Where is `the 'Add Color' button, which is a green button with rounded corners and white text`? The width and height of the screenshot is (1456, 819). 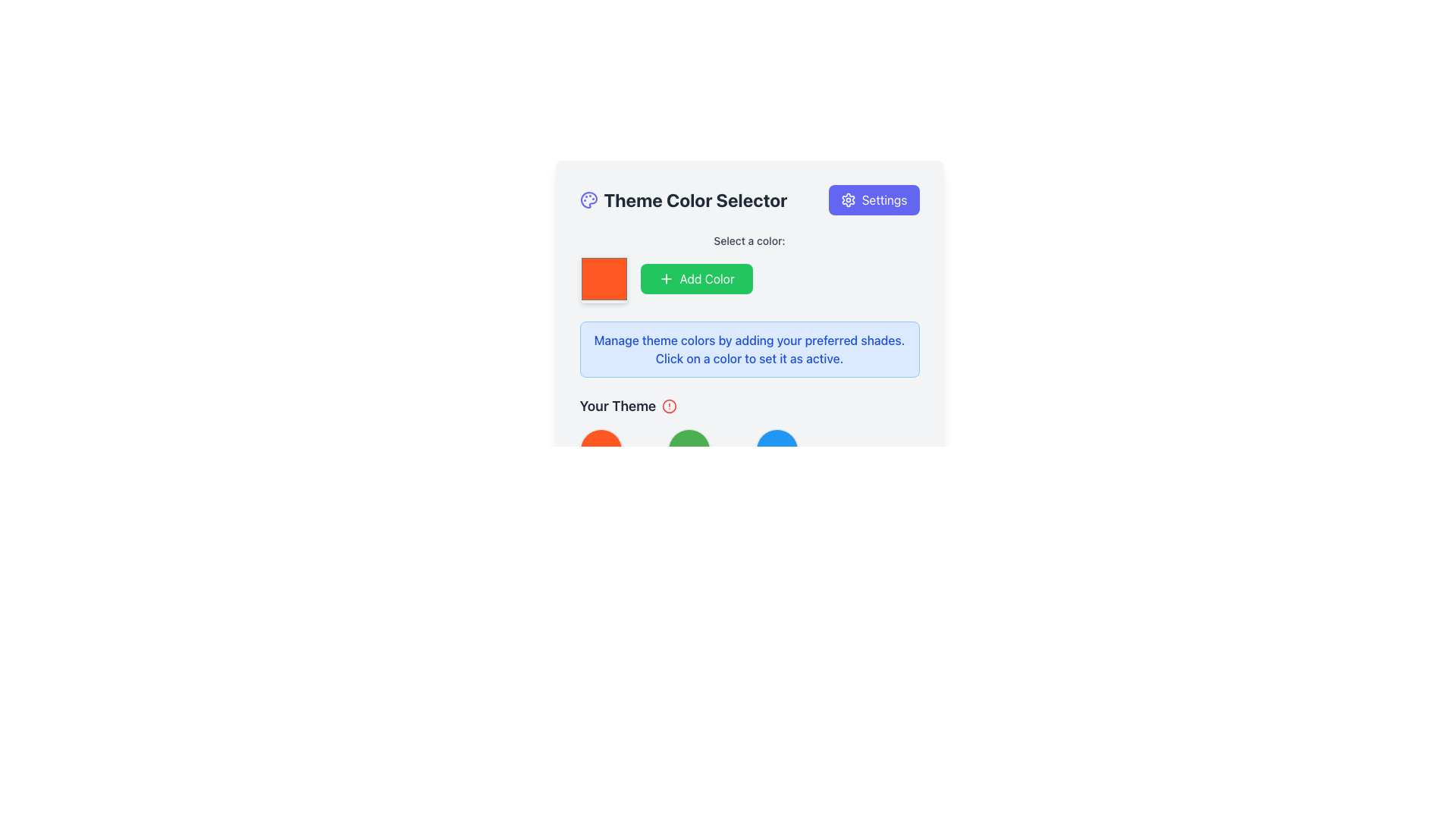
the 'Add Color' button, which is a green button with rounded corners and white text is located at coordinates (695, 278).